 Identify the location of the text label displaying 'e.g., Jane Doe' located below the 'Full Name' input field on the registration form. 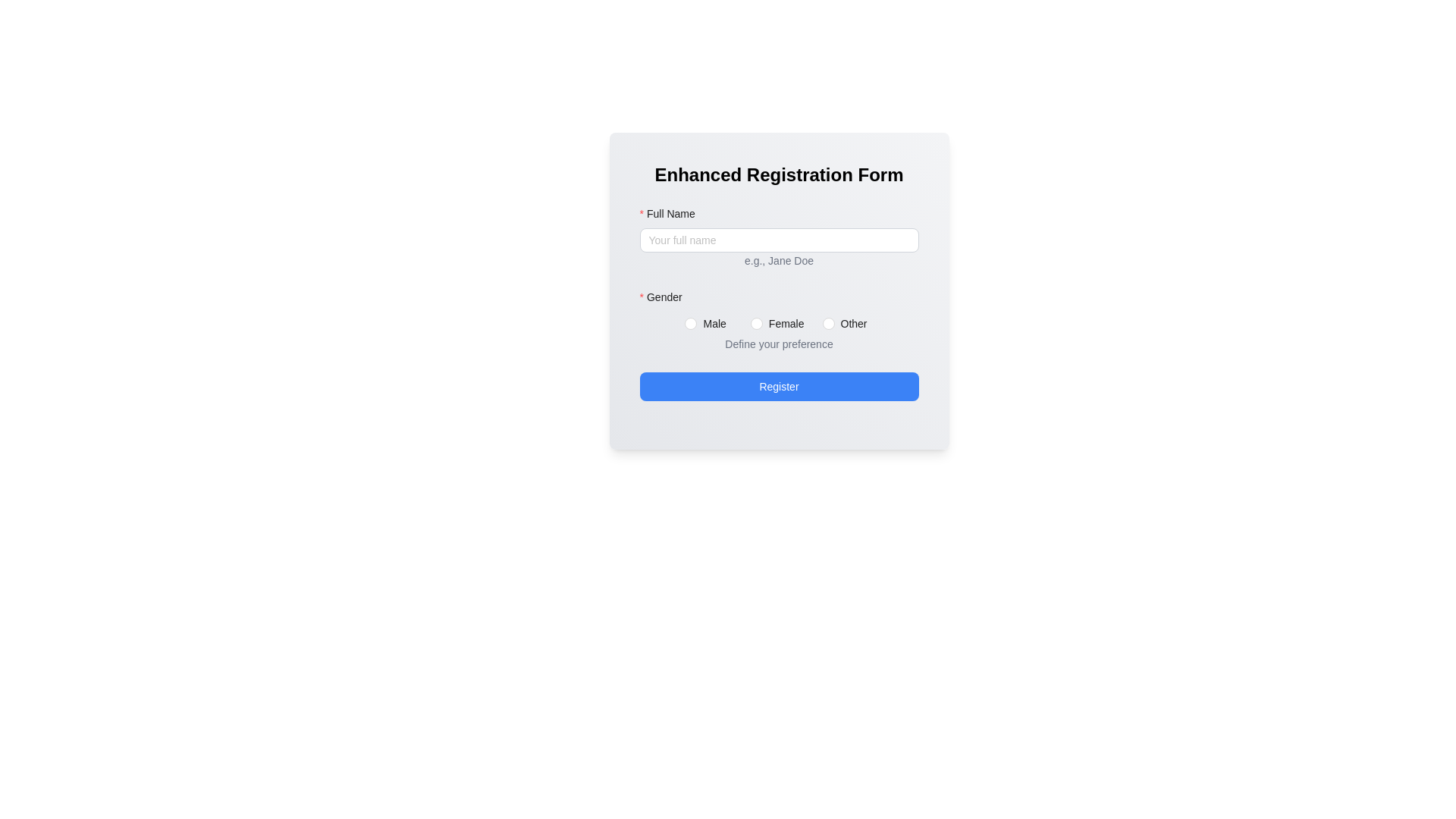
(779, 259).